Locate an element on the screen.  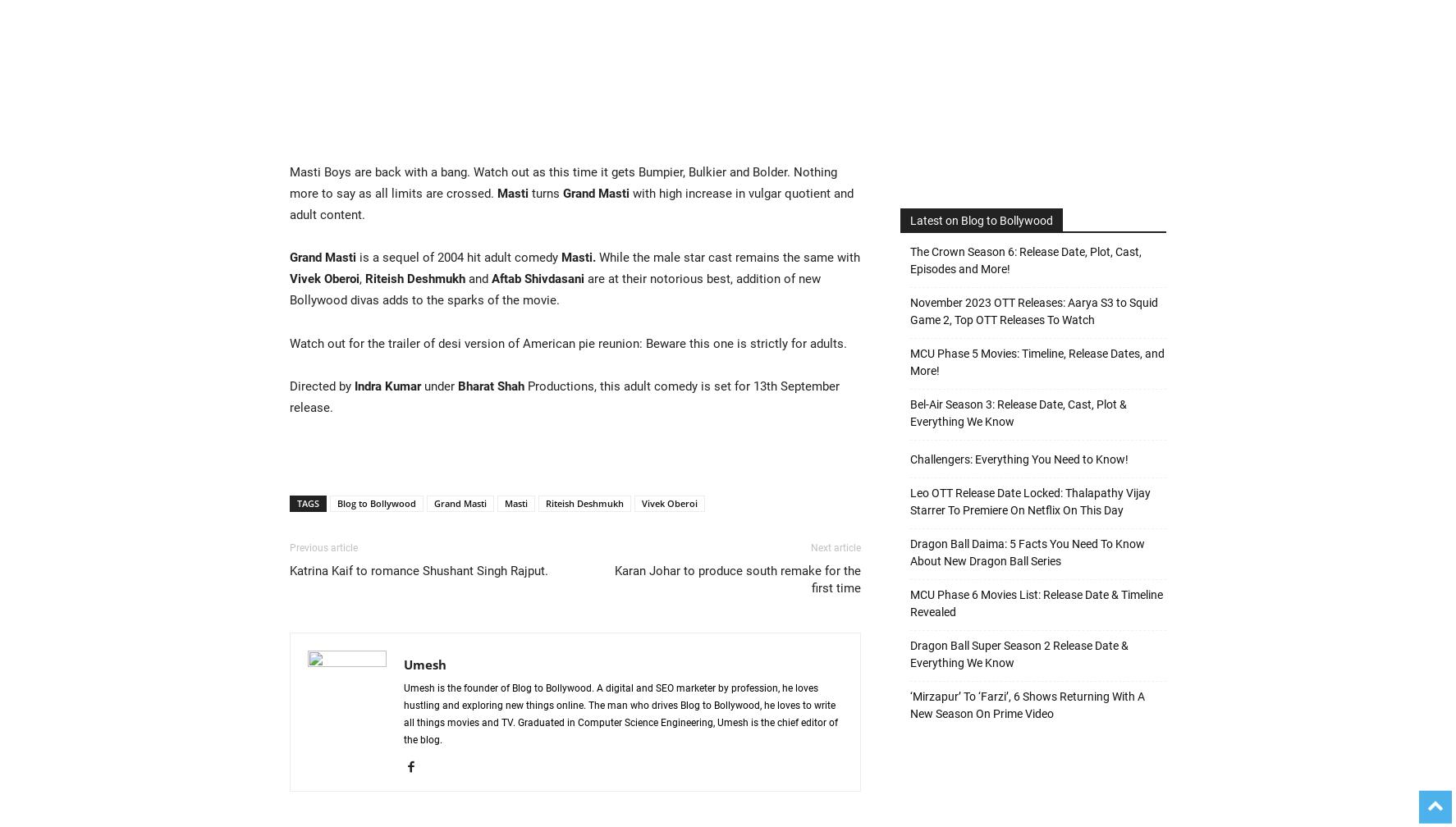
'Dragon Ball Daima: 5 Facts You Need To Know About New Dragon Ball Series' is located at coordinates (1026, 552).